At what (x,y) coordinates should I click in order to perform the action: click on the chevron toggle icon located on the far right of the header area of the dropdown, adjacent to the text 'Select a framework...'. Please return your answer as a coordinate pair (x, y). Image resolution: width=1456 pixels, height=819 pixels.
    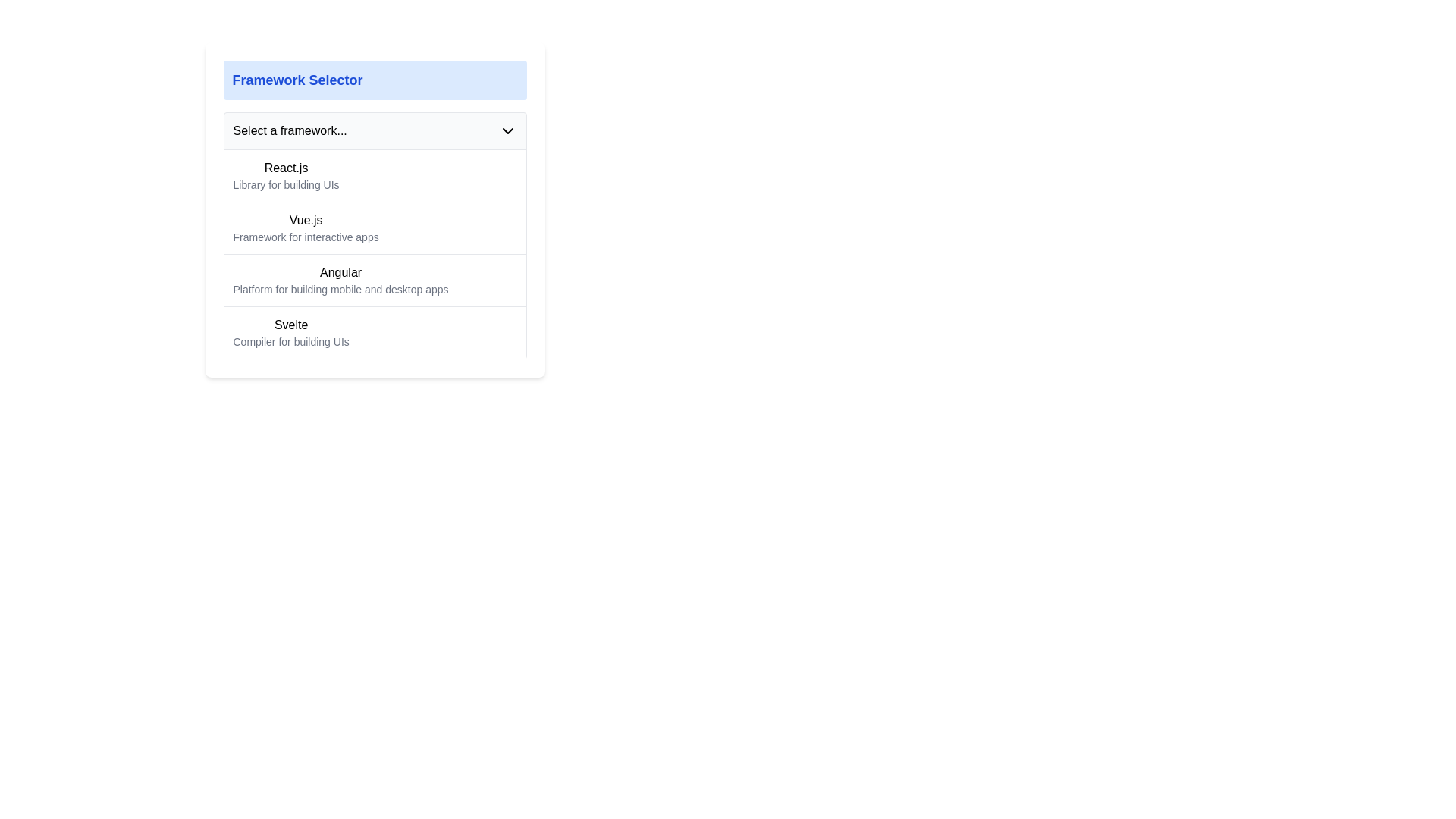
    Looking at the image, I should click on (507, 130).